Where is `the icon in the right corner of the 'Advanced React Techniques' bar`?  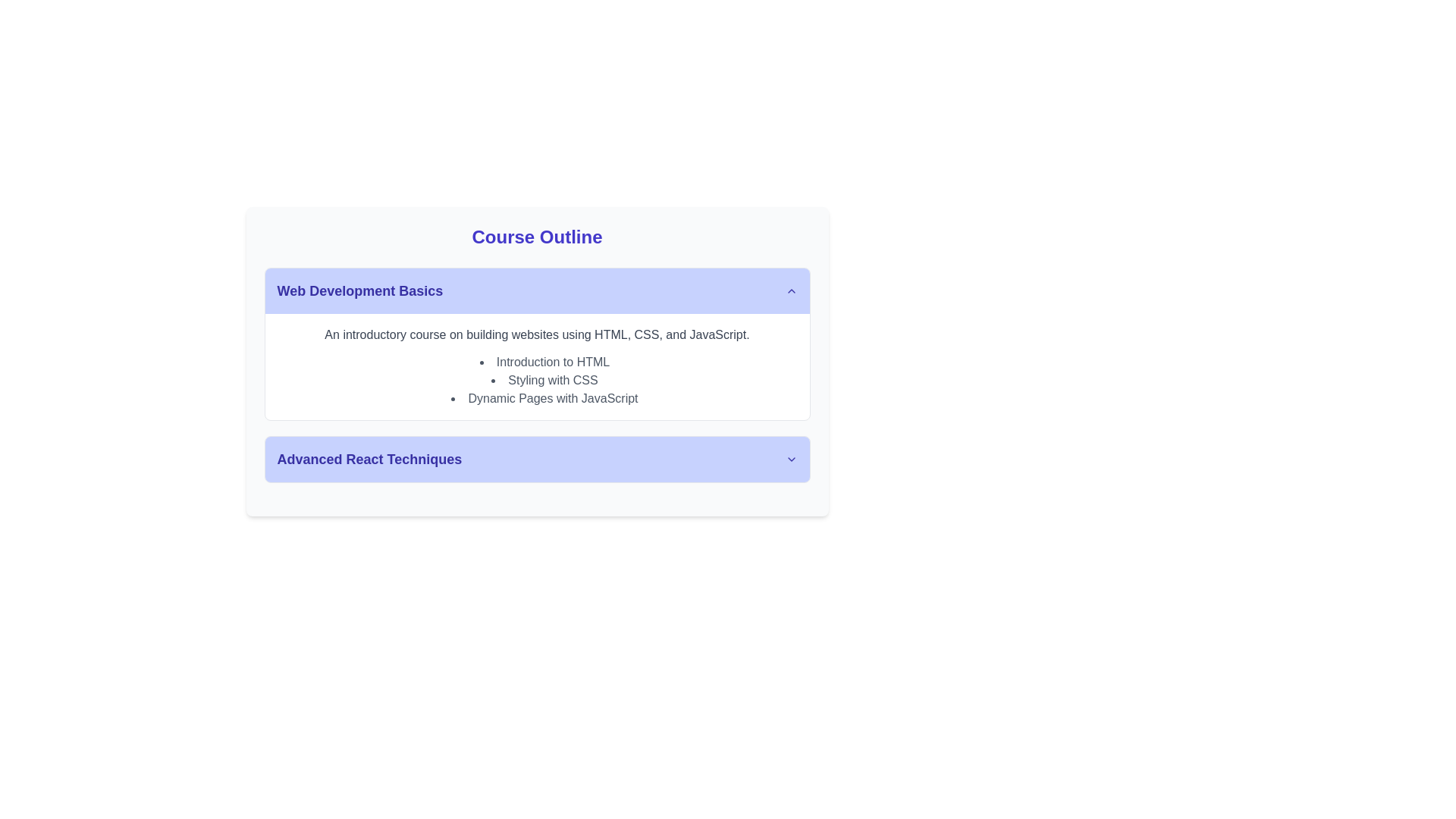 the icon in the right corner of the 'Advanced React Techniques' bar is located at coordinates (790, 458).